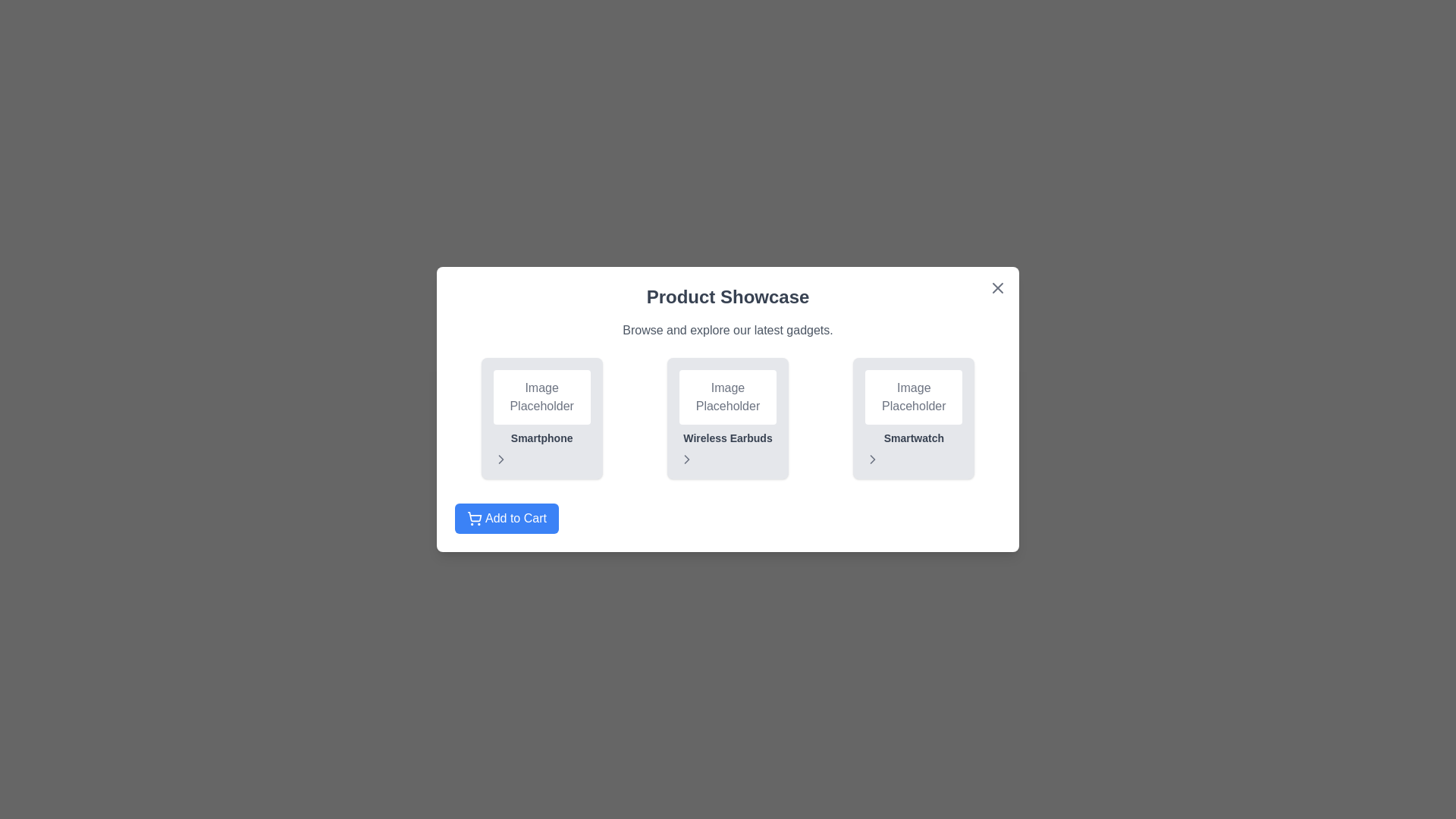 This screenshot has height=819, width=1456. I want to click on the chevron icon located in the bottom-right corner of the 'Wireless Earbuds' card, so click(686, 458).